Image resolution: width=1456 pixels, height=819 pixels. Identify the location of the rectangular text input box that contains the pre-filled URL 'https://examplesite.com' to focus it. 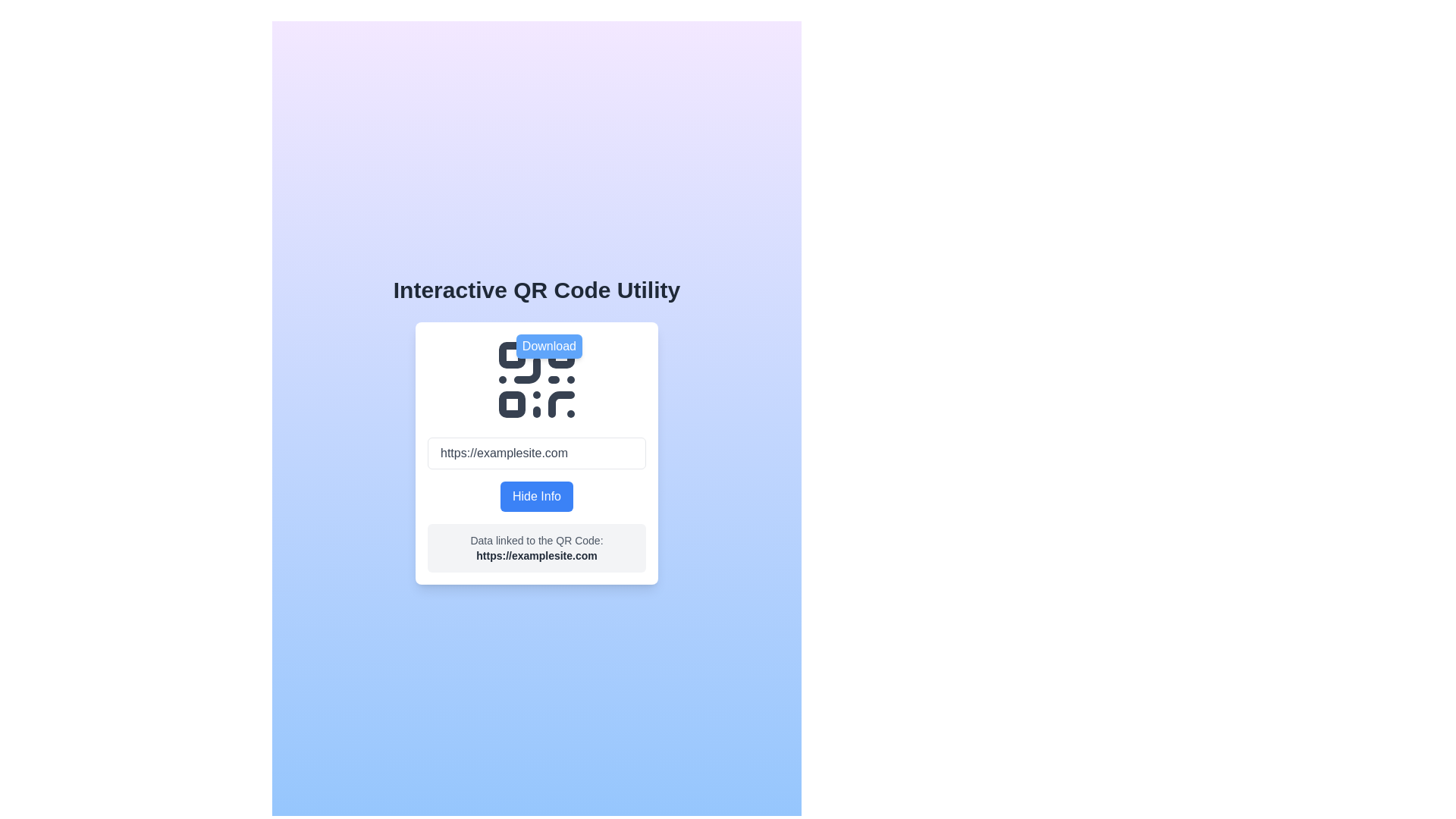
(537, 452).